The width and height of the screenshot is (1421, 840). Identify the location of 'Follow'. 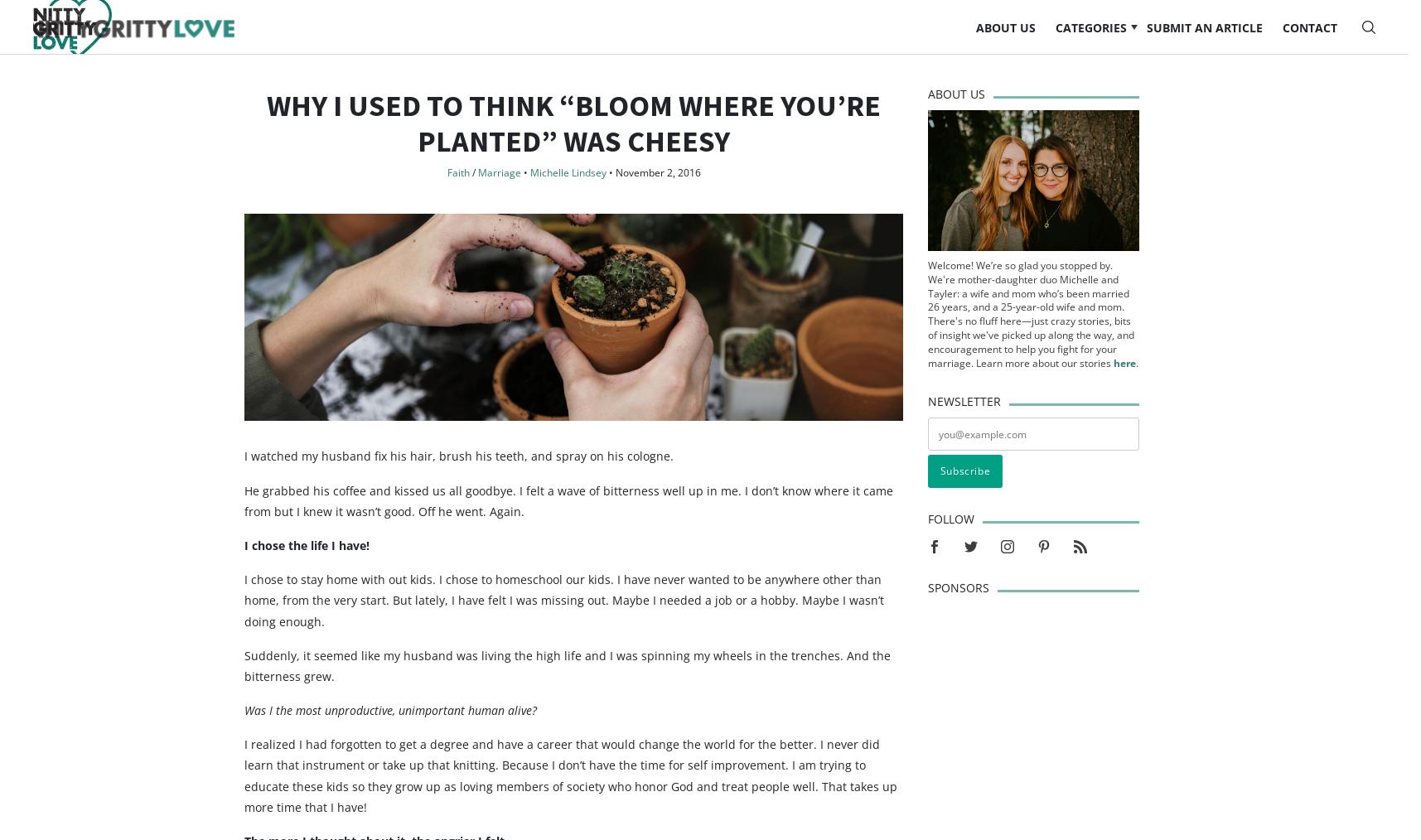
(951, 551).